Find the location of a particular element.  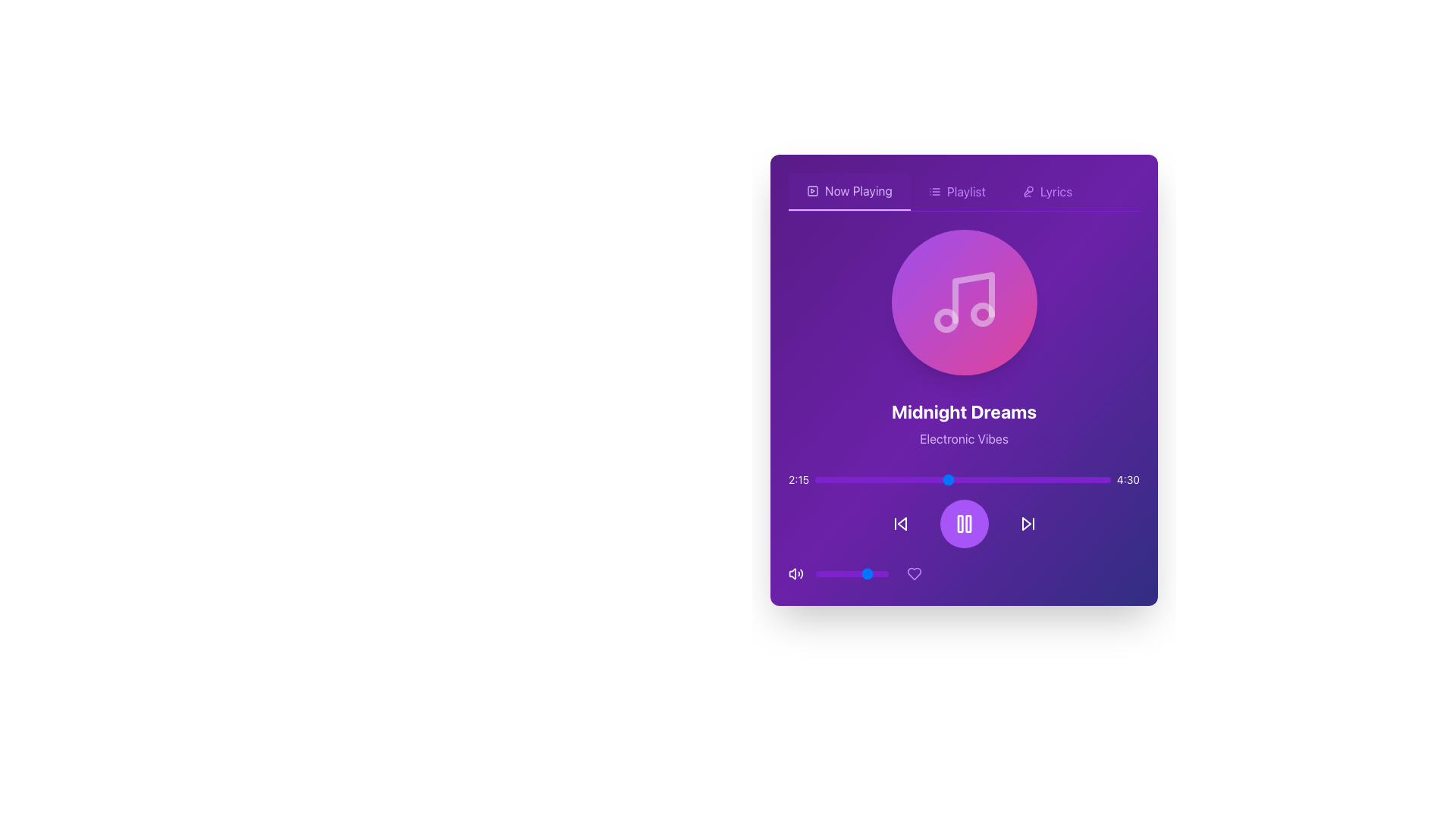

the left vertical bar of the 'Pause' icon, which is part of the circular button located at the center-bottom of the interface, for visual feedback is located at coordinates (959, 522).